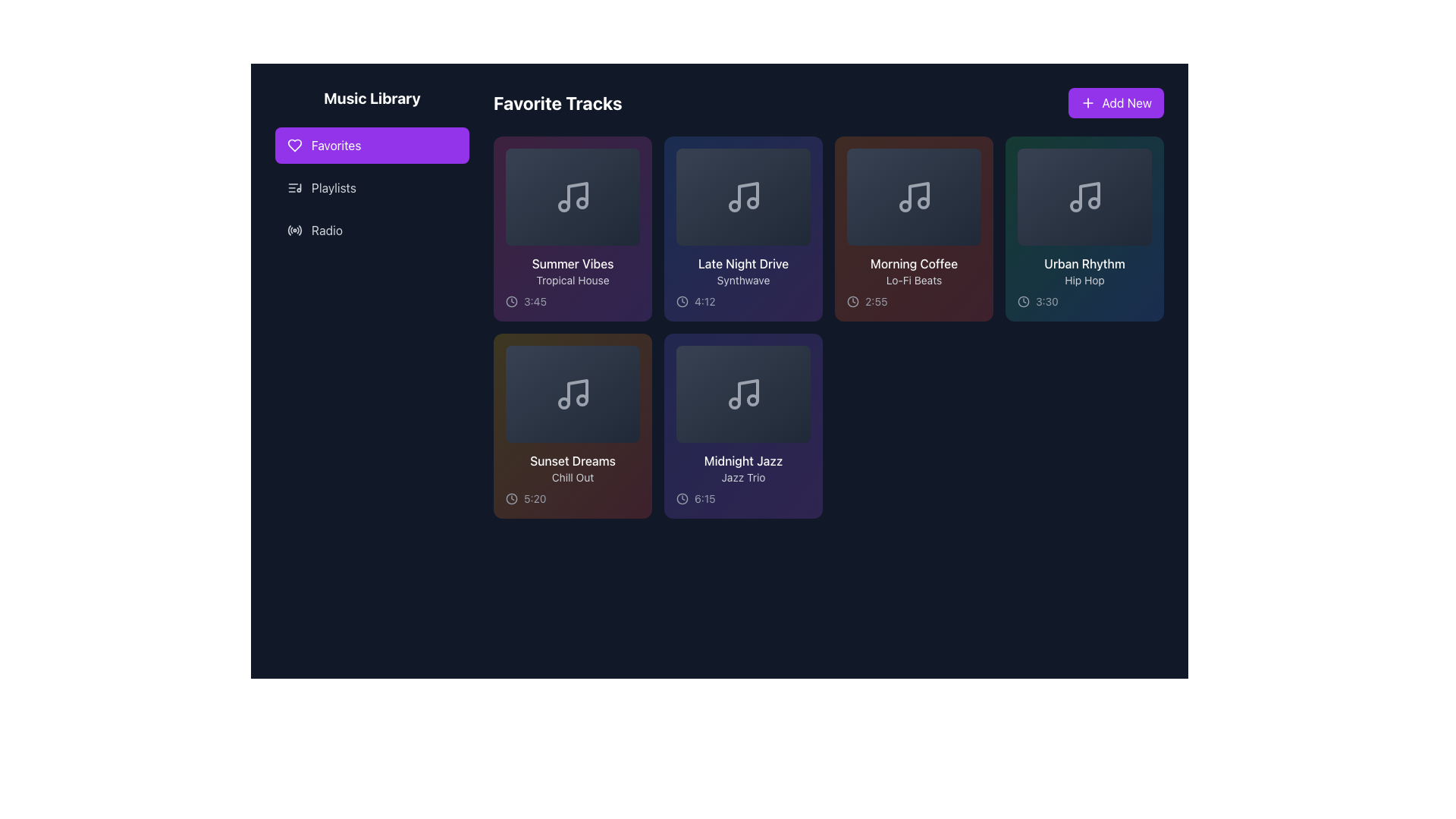 The image size is (1456, 819). I want to click on the 'Add New' button, which is a rectangular button with a purple background and bold white text, so click(1116, 102).